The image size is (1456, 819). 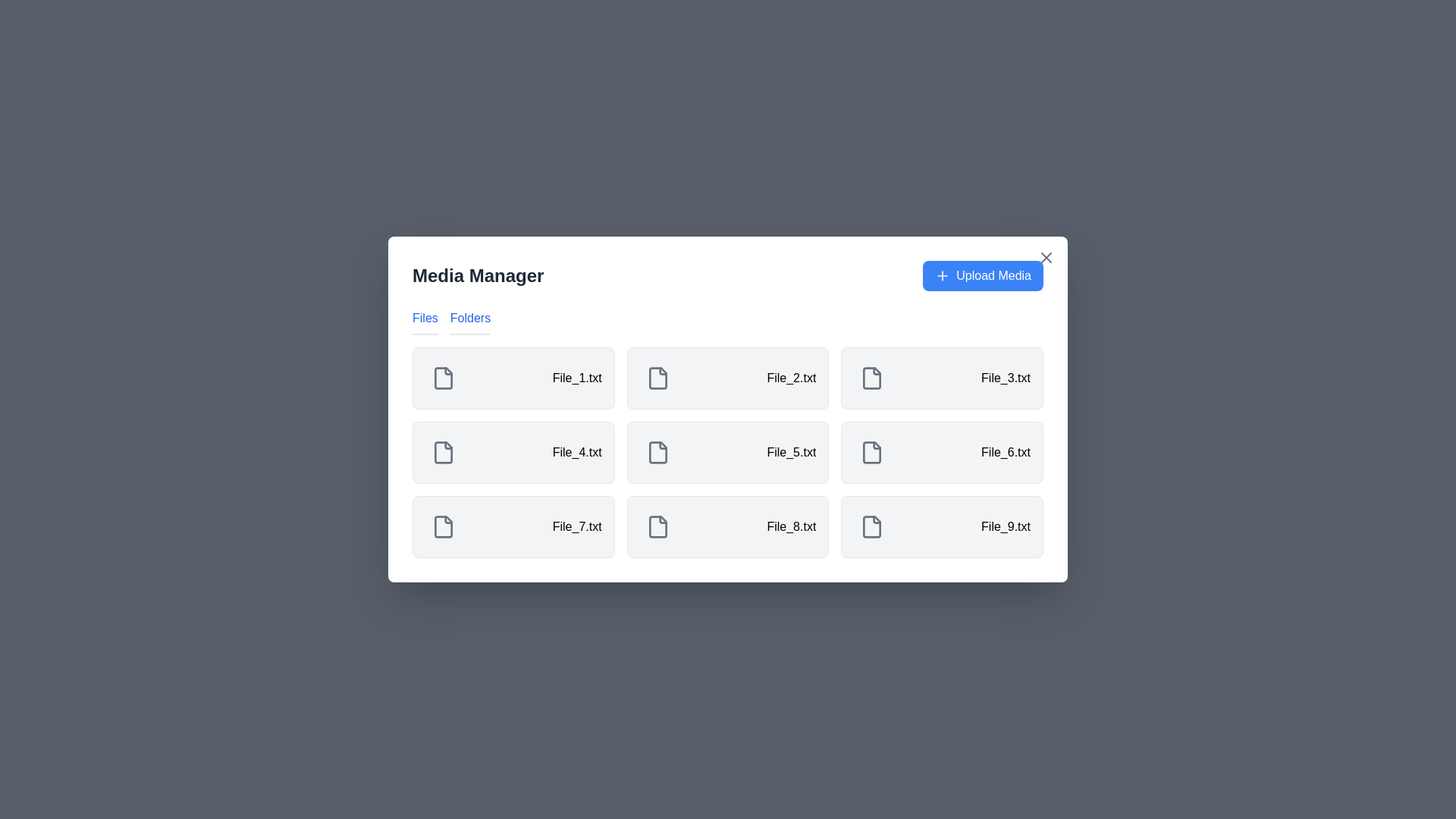 What do you see at coordinates (443, 452) in the screenshot?
I see `the Decorative SVG component representing a file icon located in the second row and first column of the grid in the 'Media Manager' interface` at bounding box center [443, 452].